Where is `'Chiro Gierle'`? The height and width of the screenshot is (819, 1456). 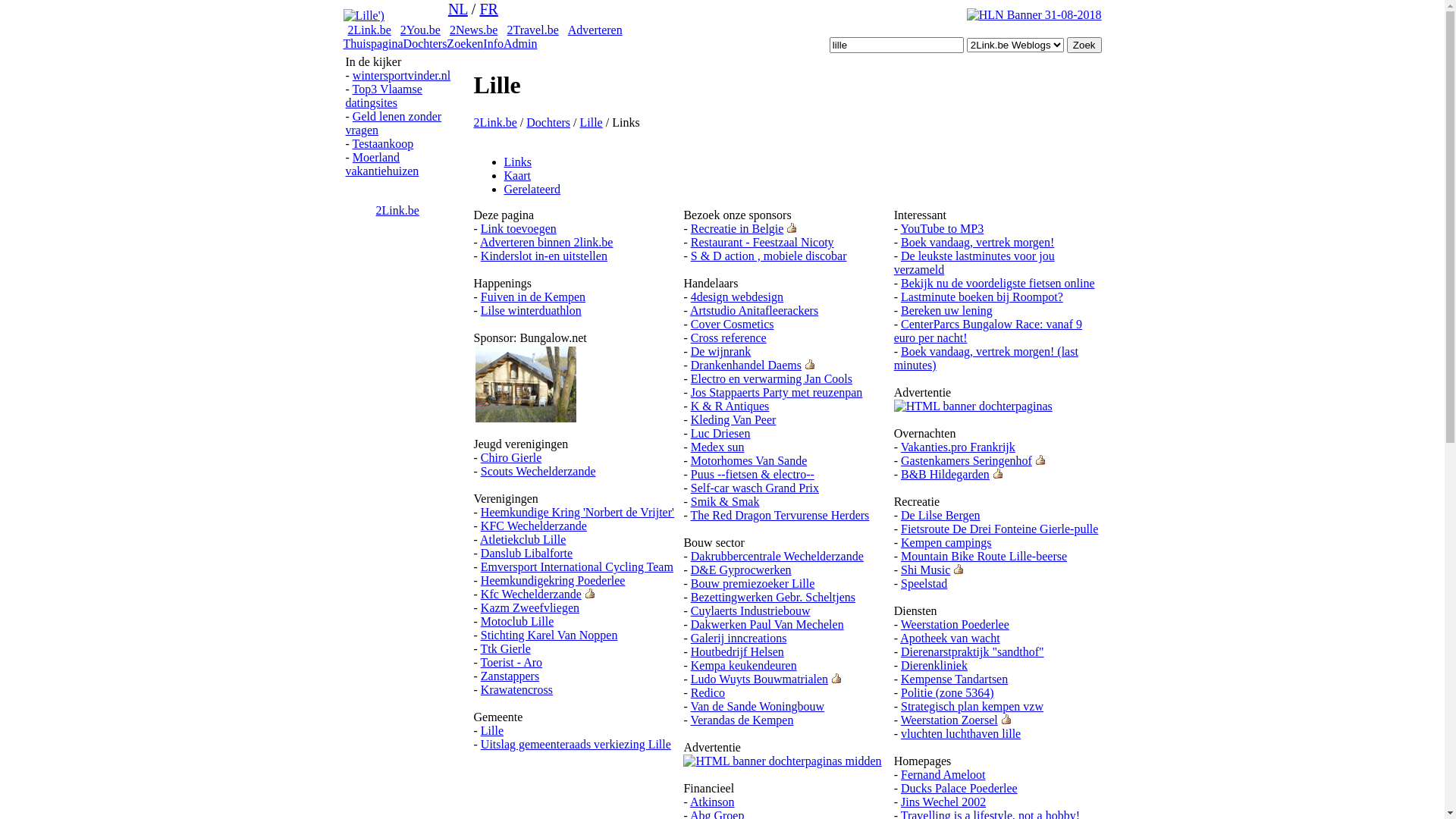 'Chiro Gierle' is located at coordinates (510, 457).